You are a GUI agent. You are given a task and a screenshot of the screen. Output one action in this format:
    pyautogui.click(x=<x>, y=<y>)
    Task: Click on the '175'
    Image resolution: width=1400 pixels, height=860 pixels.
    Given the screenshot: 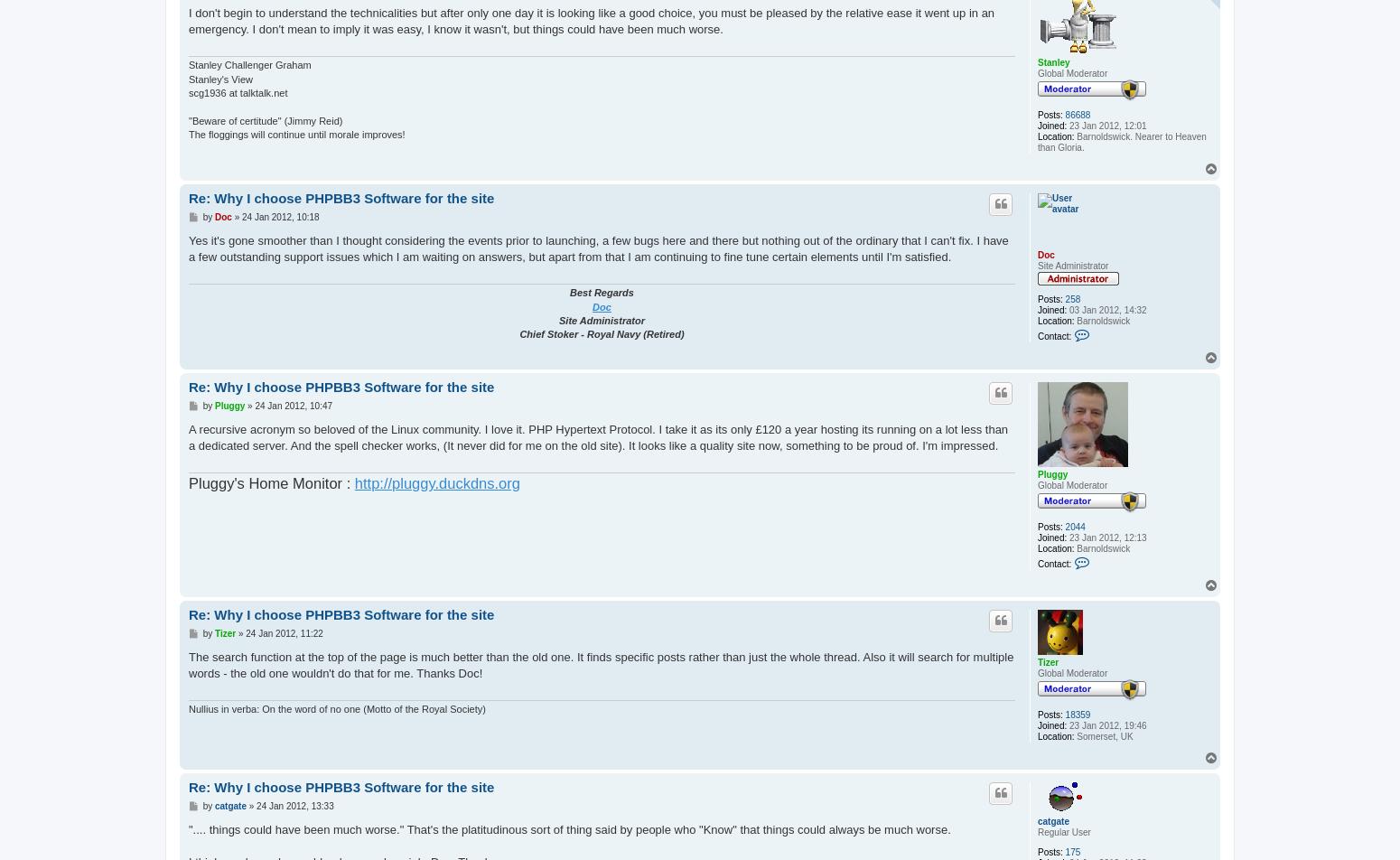 What is the action you would take?
    pyautogui.click(x=1064, y=852)
    